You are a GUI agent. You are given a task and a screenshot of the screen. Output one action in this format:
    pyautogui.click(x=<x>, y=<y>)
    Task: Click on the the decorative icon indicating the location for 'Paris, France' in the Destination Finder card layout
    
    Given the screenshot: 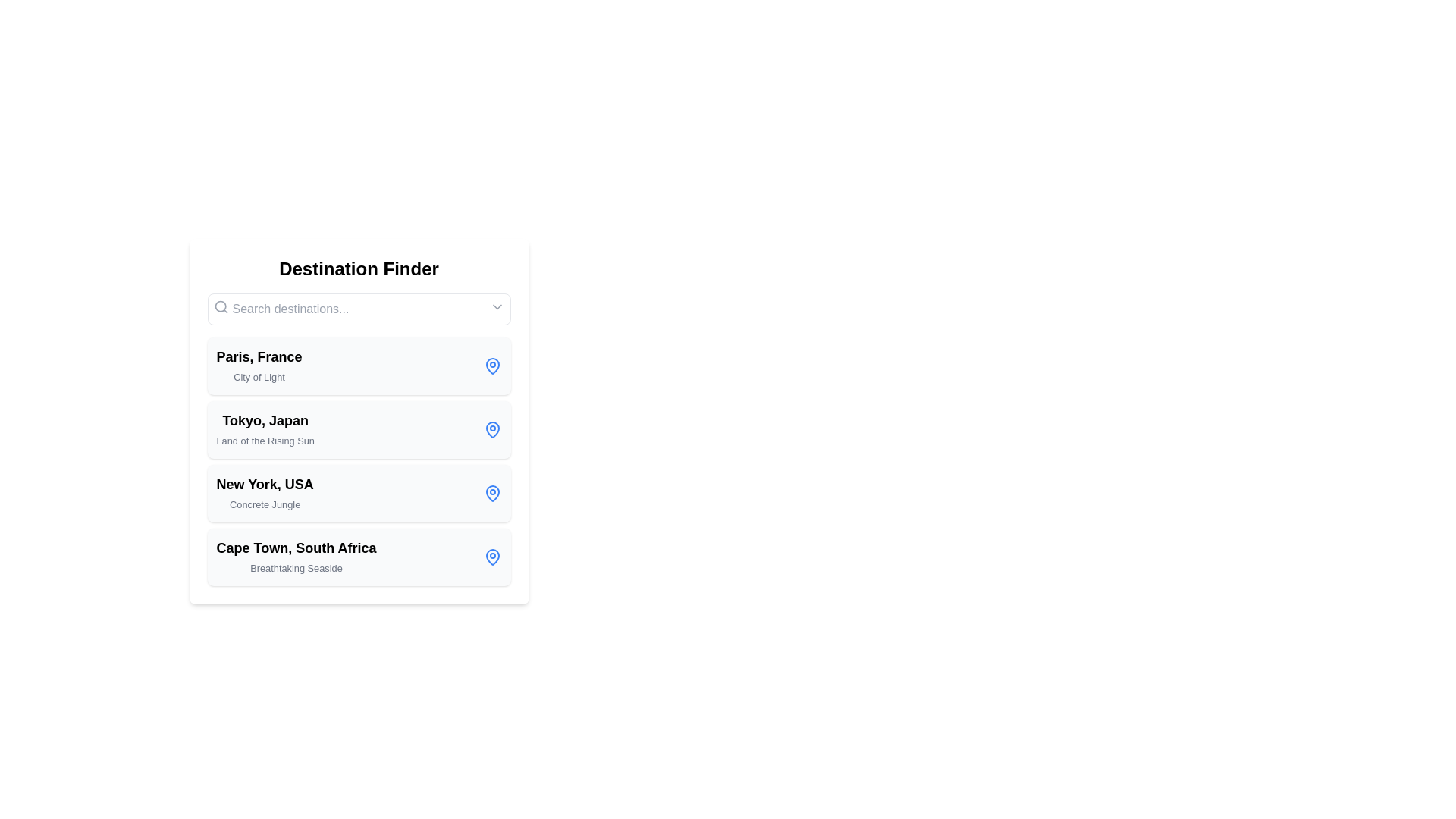 What is the action you would take?
    pyautogui.click(x=492, y=366)
    